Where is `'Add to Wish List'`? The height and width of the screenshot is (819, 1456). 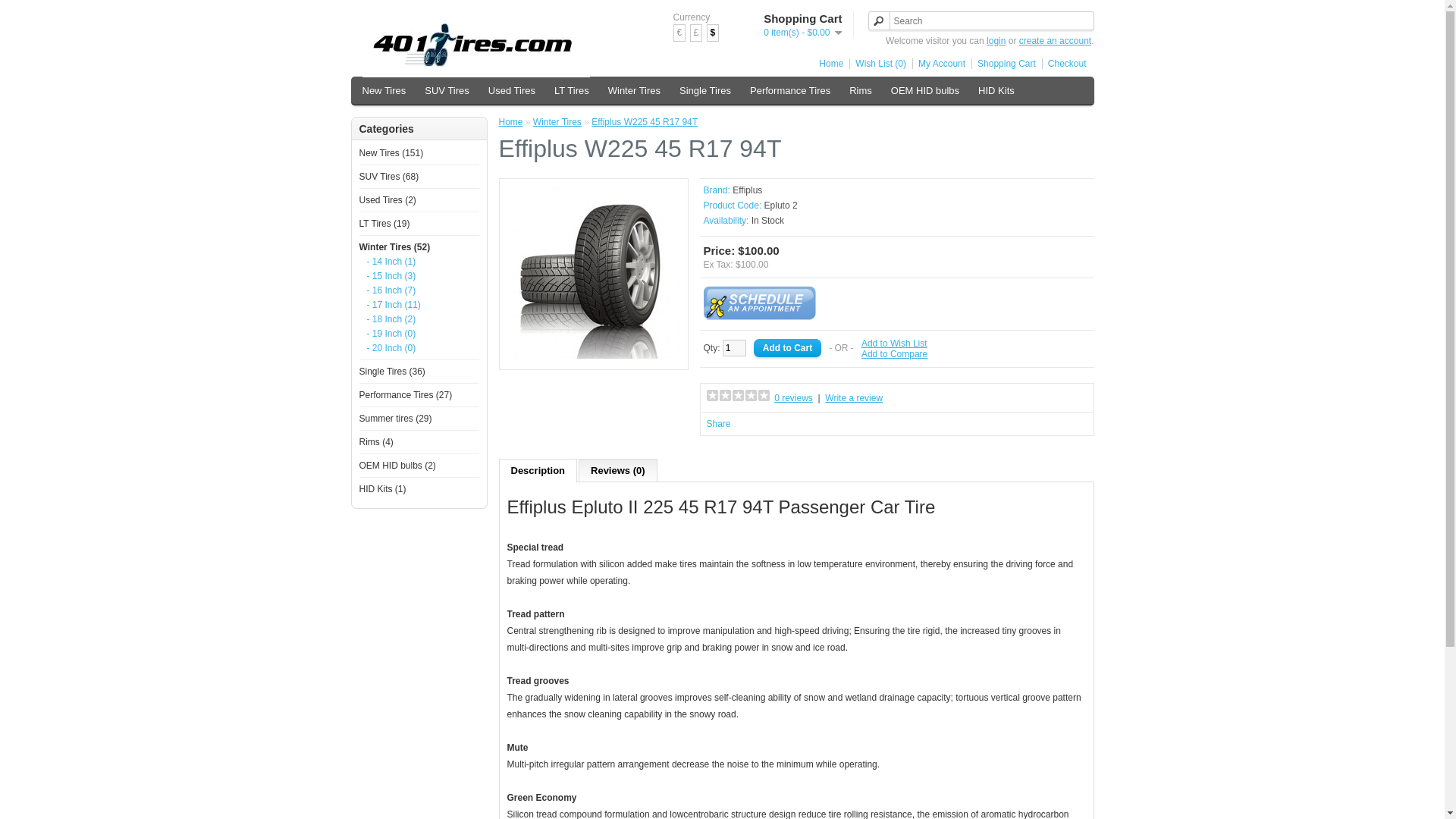
'Add to Wish List' is located at coordinates (861, 343).